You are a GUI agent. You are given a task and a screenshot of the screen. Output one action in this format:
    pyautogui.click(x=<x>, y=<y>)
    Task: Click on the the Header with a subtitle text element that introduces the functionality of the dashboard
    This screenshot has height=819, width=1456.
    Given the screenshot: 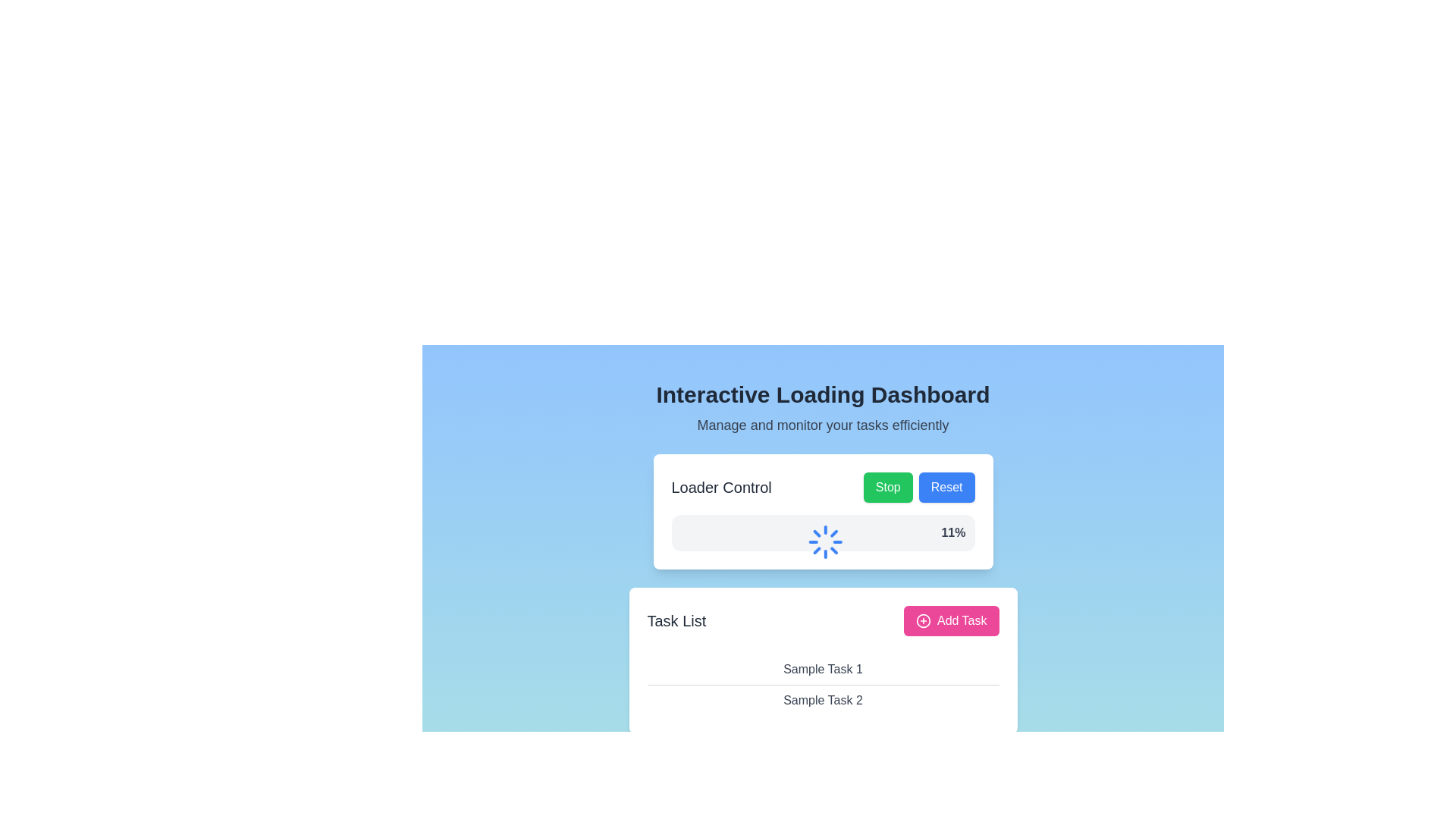 What is the action you would take?
    pyautogui.click(x=822, y=408)
    